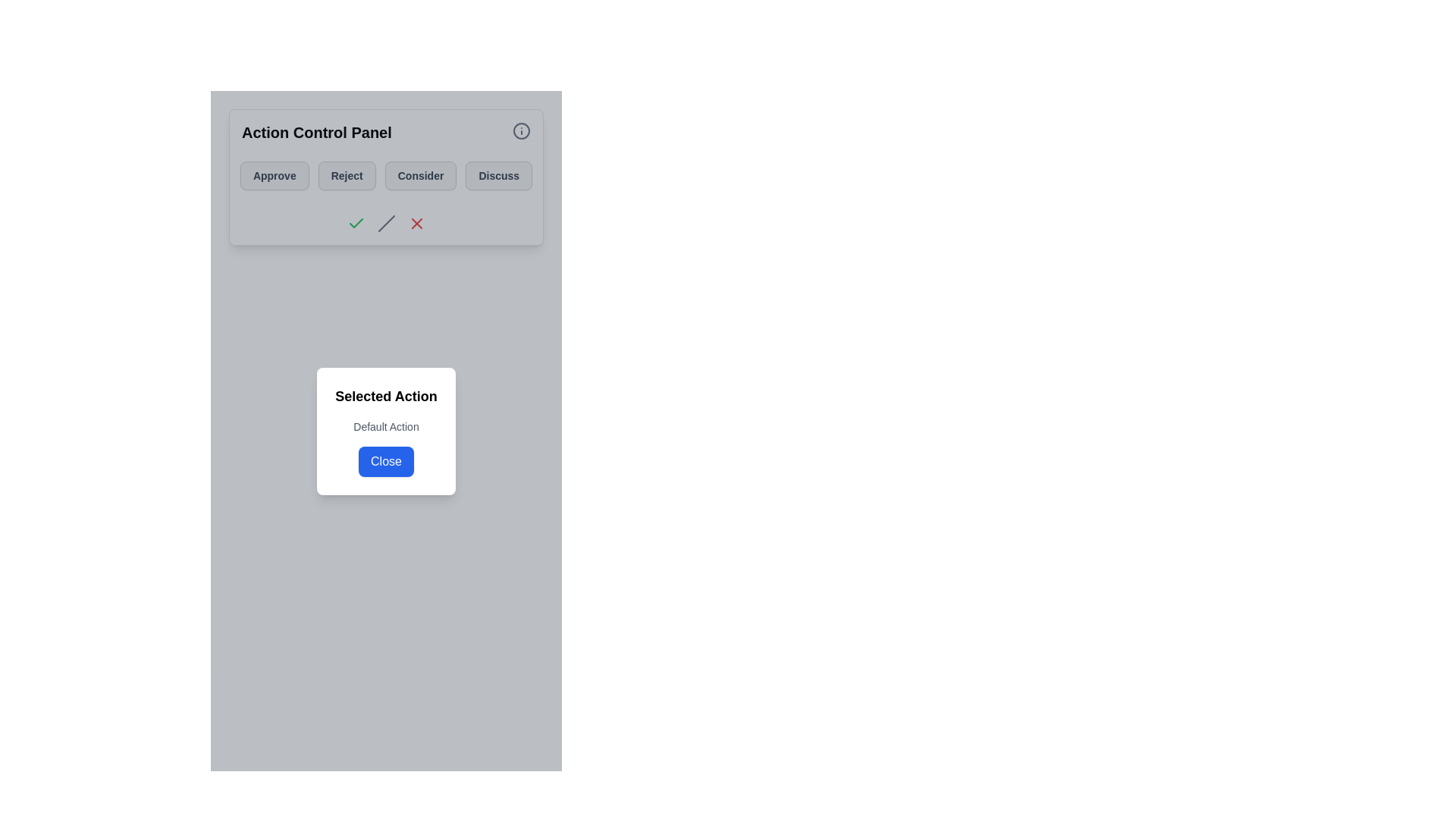  Describe the element at coordinates (386, 223) in the screenshot. I see `the diagonal line slash icon, which is the second icon in the icon panel located below the four labeled buttons (Approve, Reject, Consider, Discuss) in the 'Action Control Panel' UI section` at that location.